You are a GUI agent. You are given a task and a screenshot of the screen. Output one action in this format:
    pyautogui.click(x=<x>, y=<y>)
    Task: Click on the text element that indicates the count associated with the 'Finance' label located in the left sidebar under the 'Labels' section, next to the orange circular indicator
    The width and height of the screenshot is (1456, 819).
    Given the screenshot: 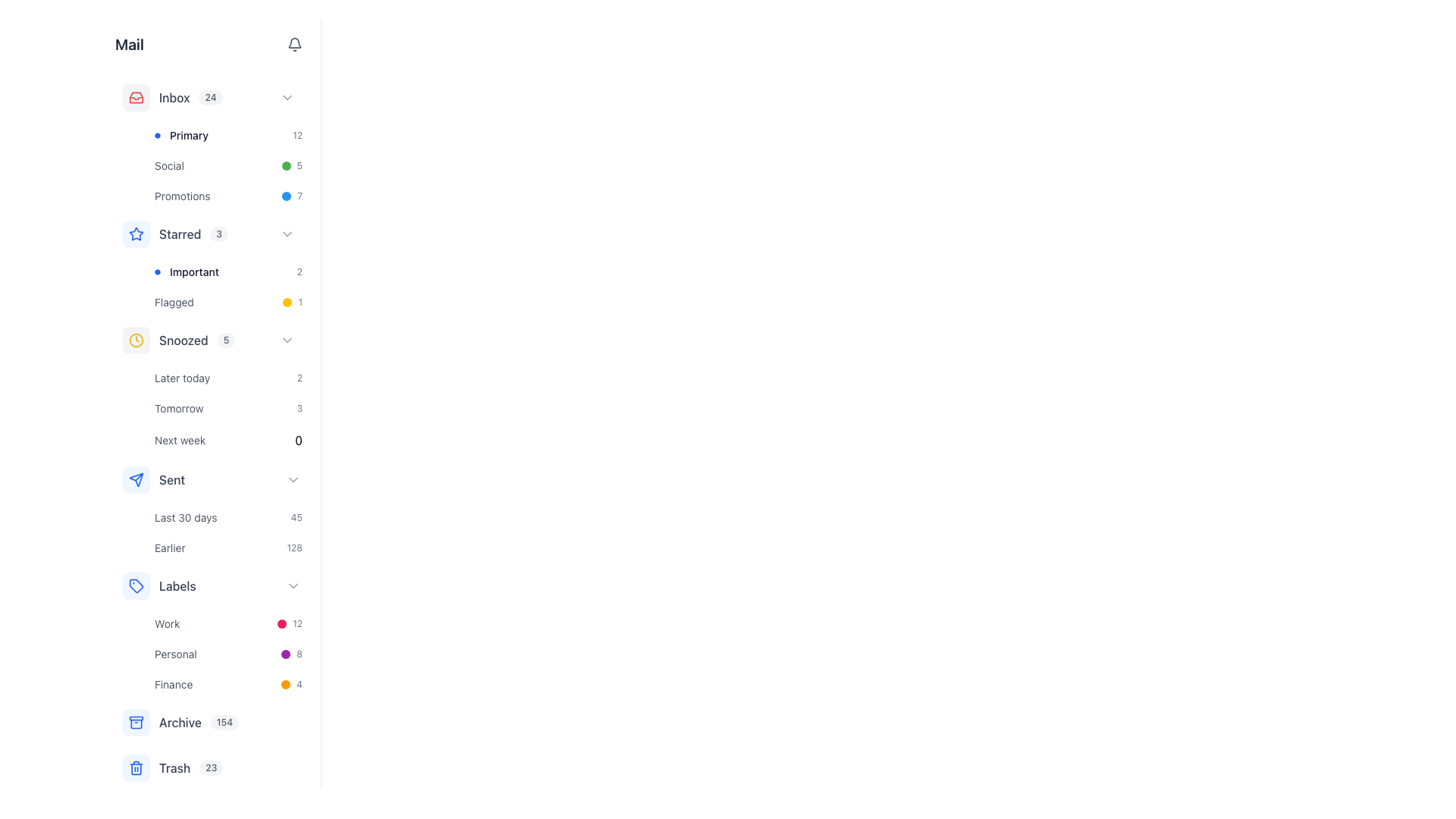 What is the action you would take?
    pyautogui.click(x=300, y=684)
    